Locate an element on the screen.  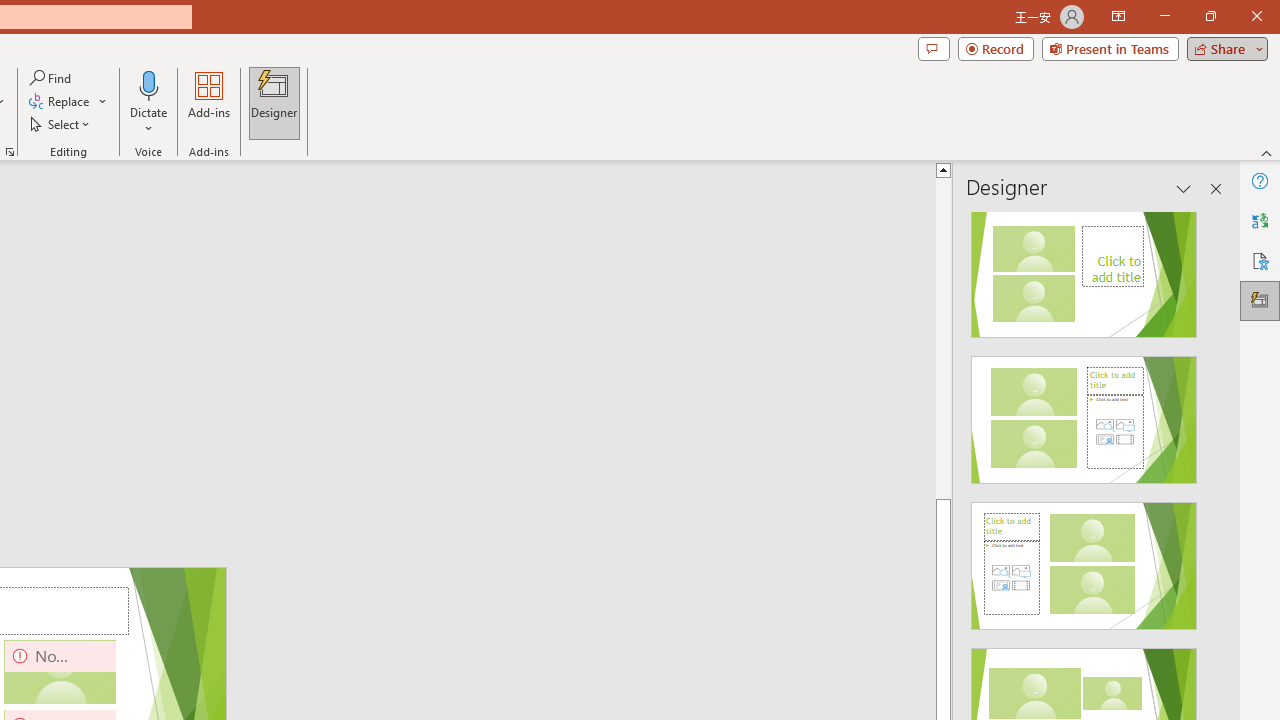
'Camera 5, No camera detected.' is located at coordinates (60, 672).